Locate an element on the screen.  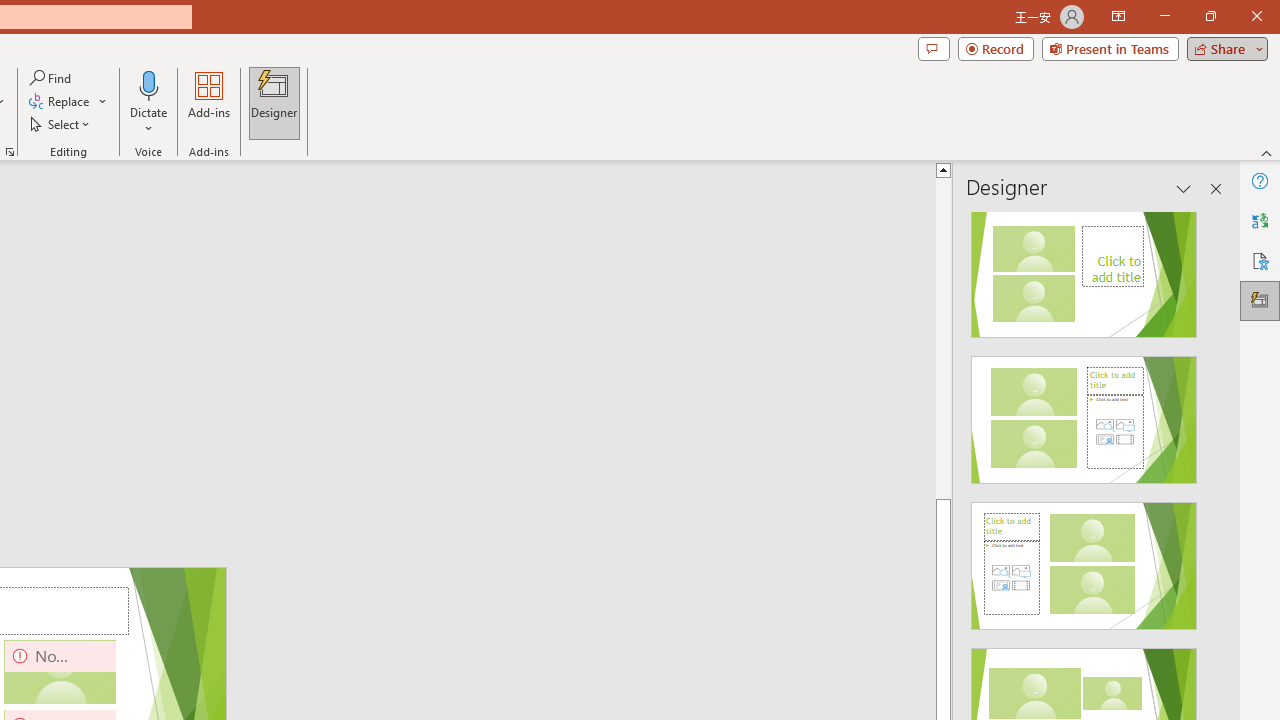
'Camera 5, No camera detected.' is located at coordinates (60, 672).